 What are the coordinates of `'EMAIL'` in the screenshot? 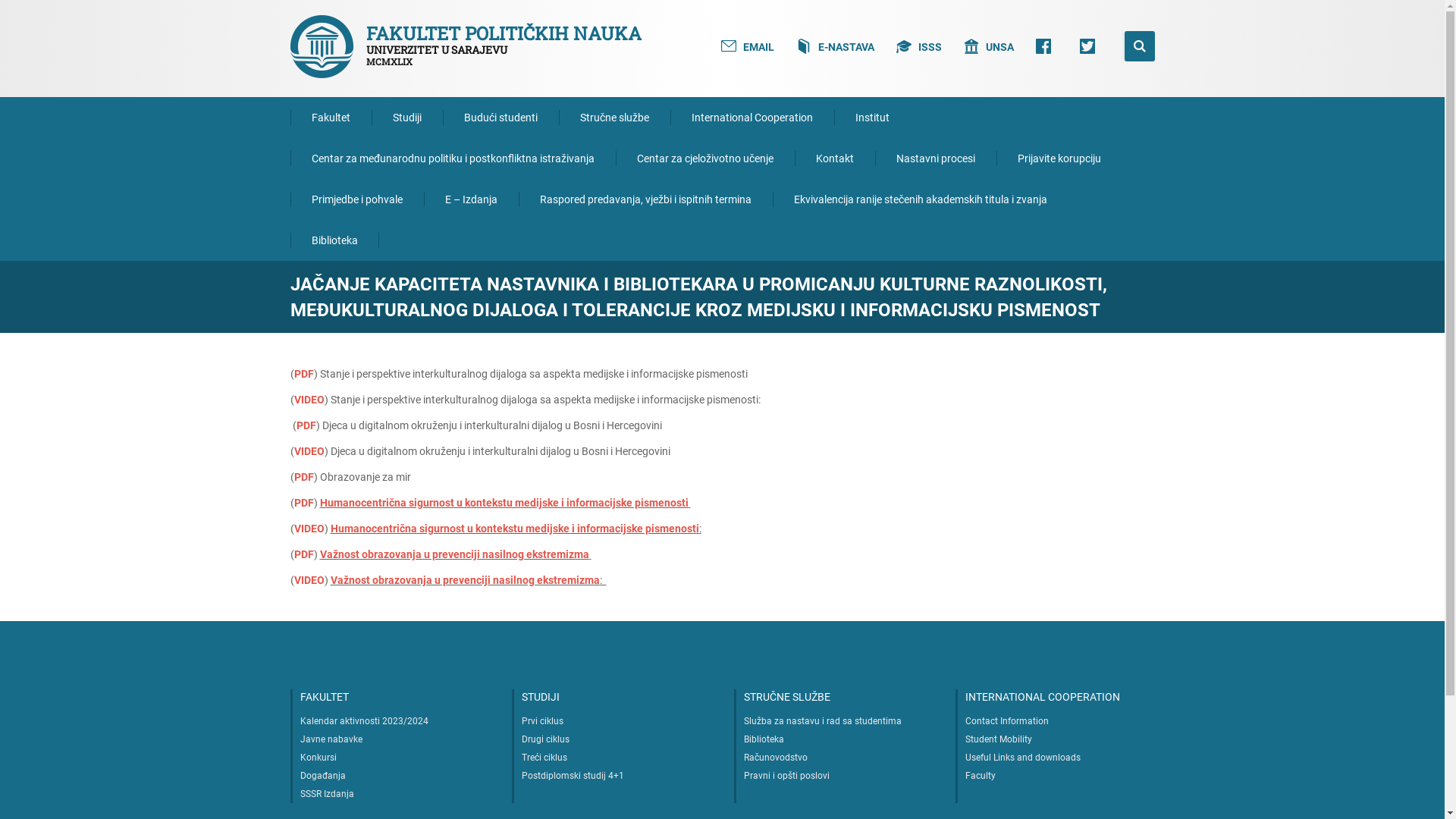 It's located at (747, 45).